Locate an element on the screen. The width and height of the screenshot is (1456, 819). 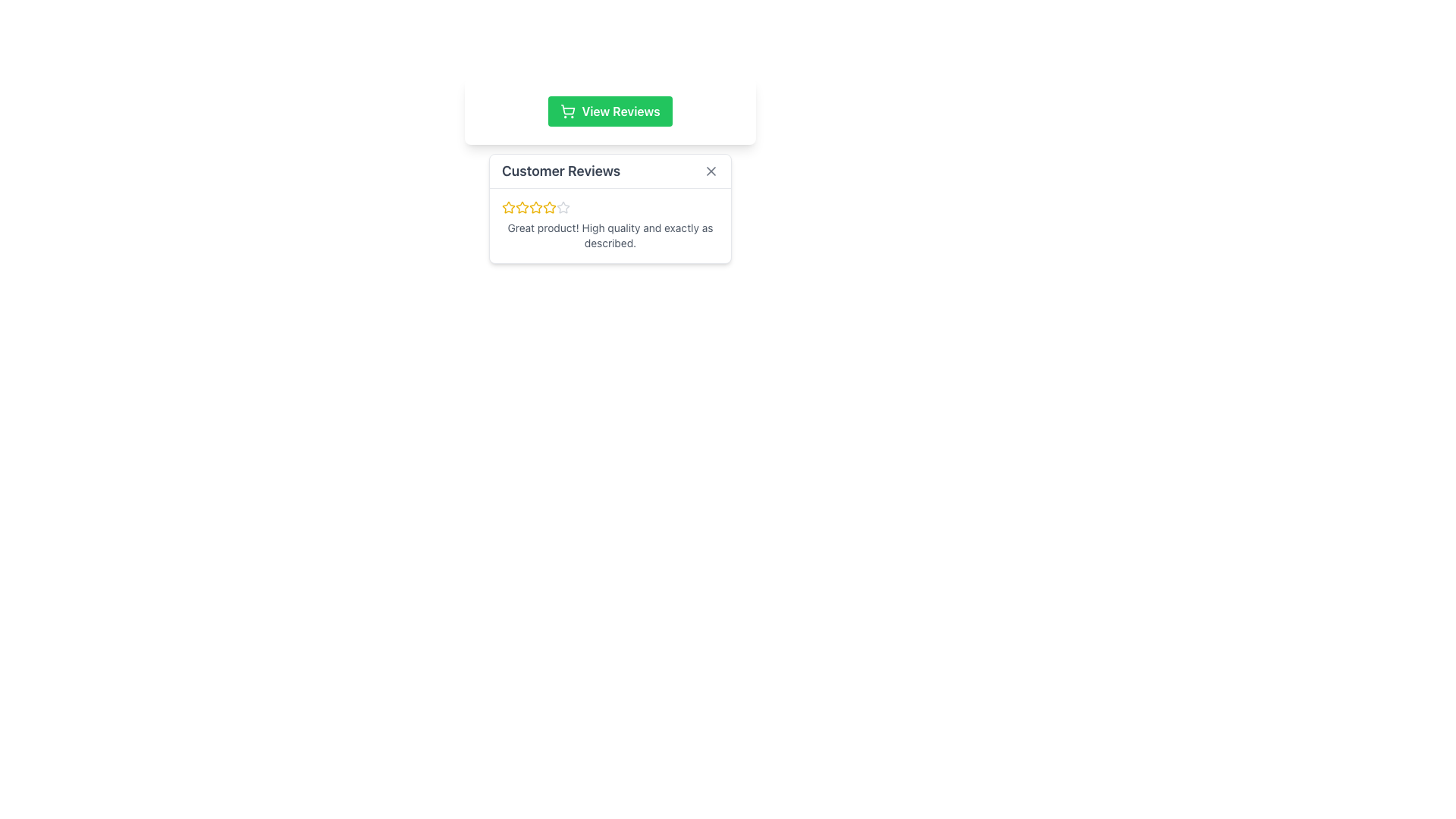
review content from the Review Box located in the 'Customer Reviews' section, which contains a rating represented by star icons and detailed review text is located at coordinates (610, 225).